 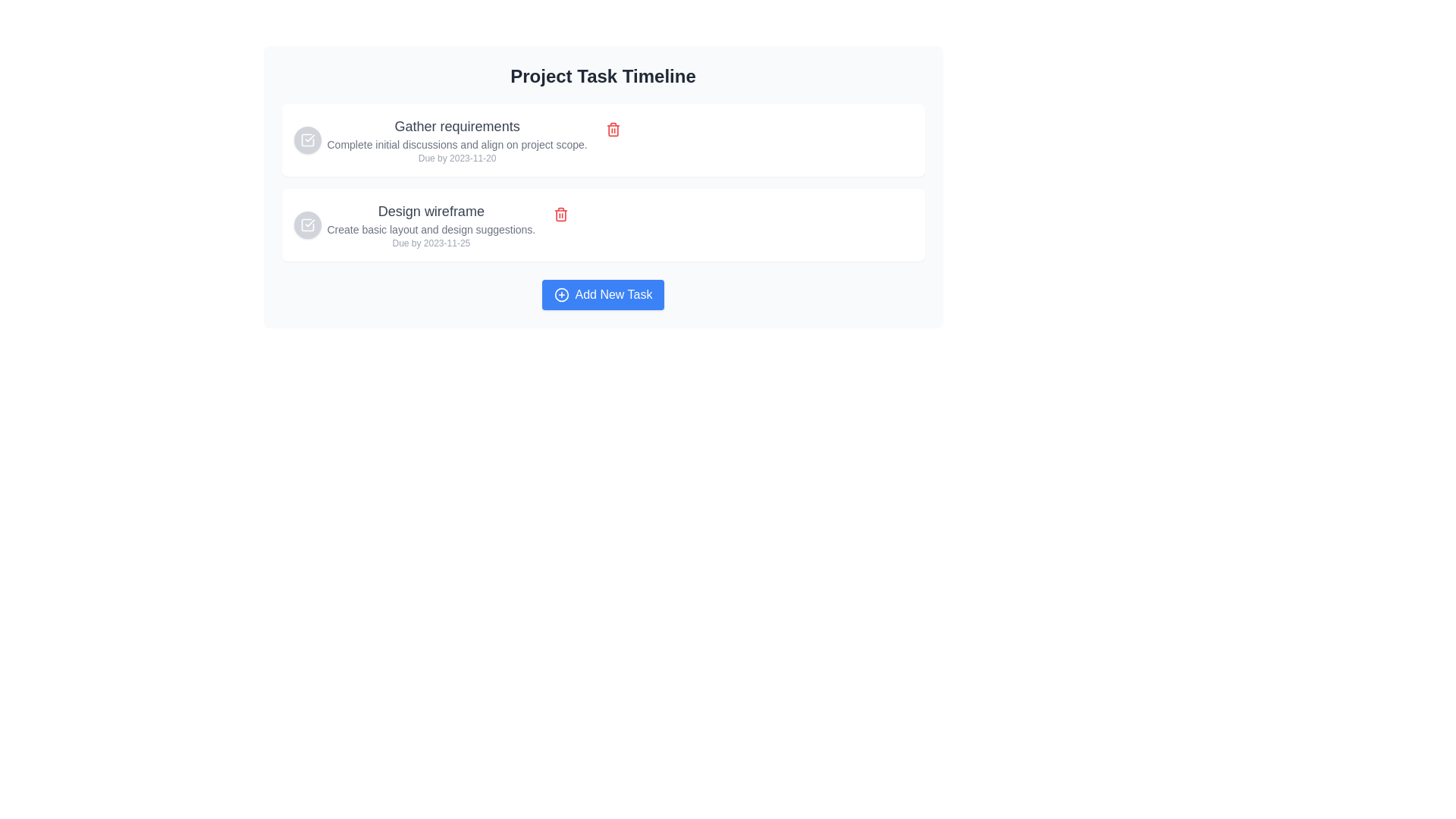 I want to click on the circular gray button with a white checkmark icon located to the left of the text 'Create basic layout and design suggestions. Due by 2023-11-25.', so click(x=306, y=225).